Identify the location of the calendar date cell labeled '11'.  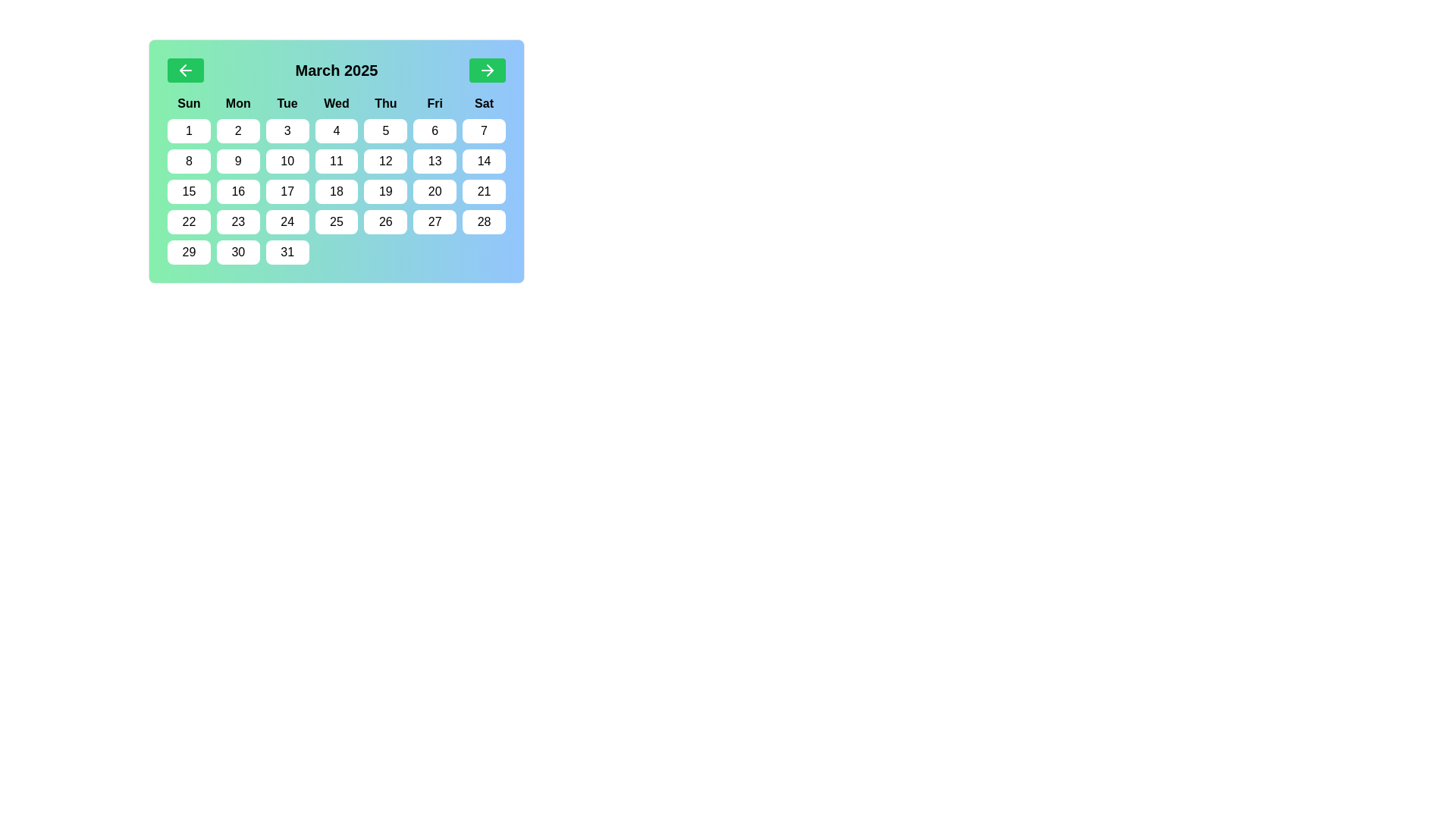
(335, 161).